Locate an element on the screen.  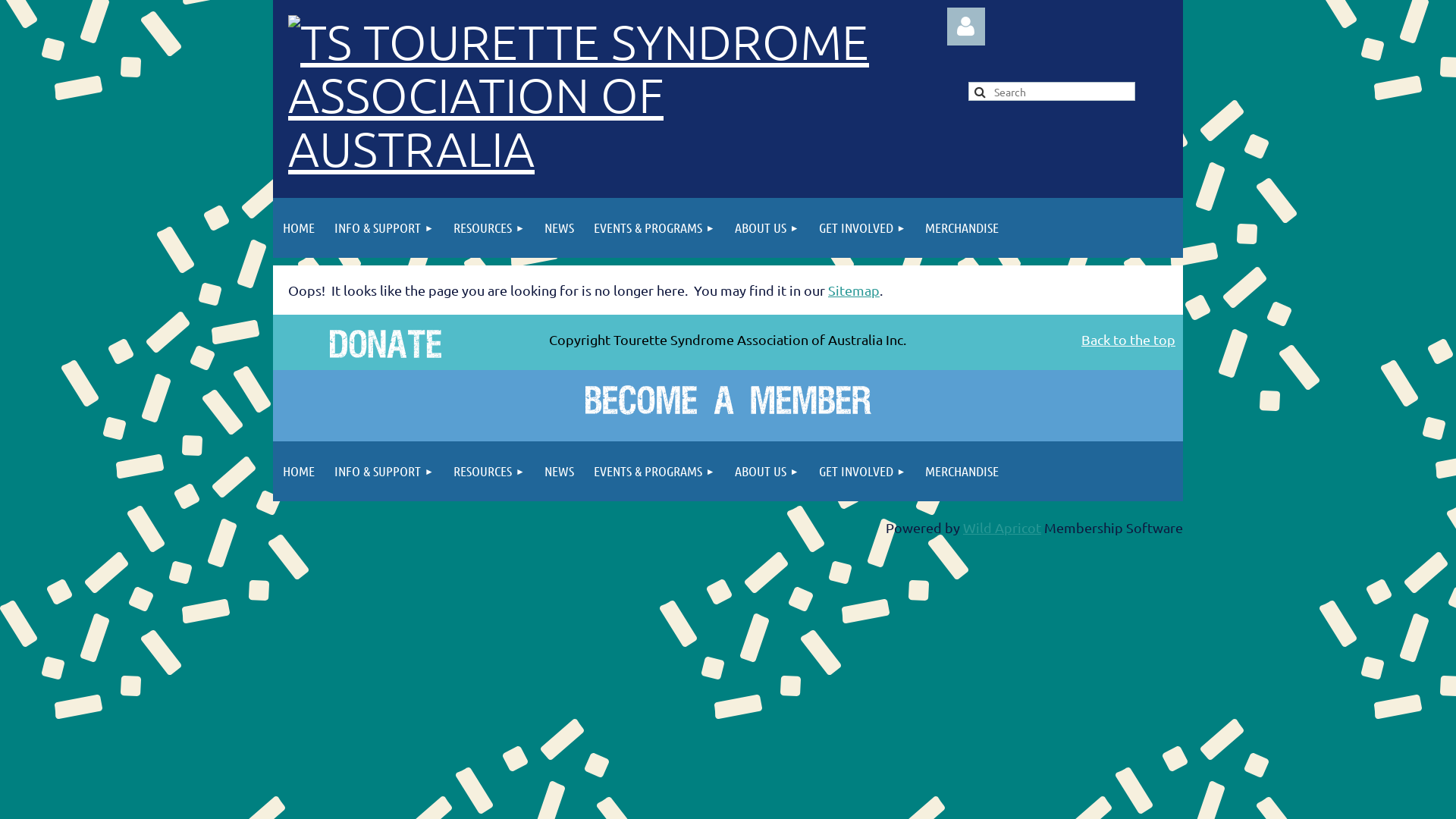
'Wild Apricot' is located at coordinates (1002, 526).